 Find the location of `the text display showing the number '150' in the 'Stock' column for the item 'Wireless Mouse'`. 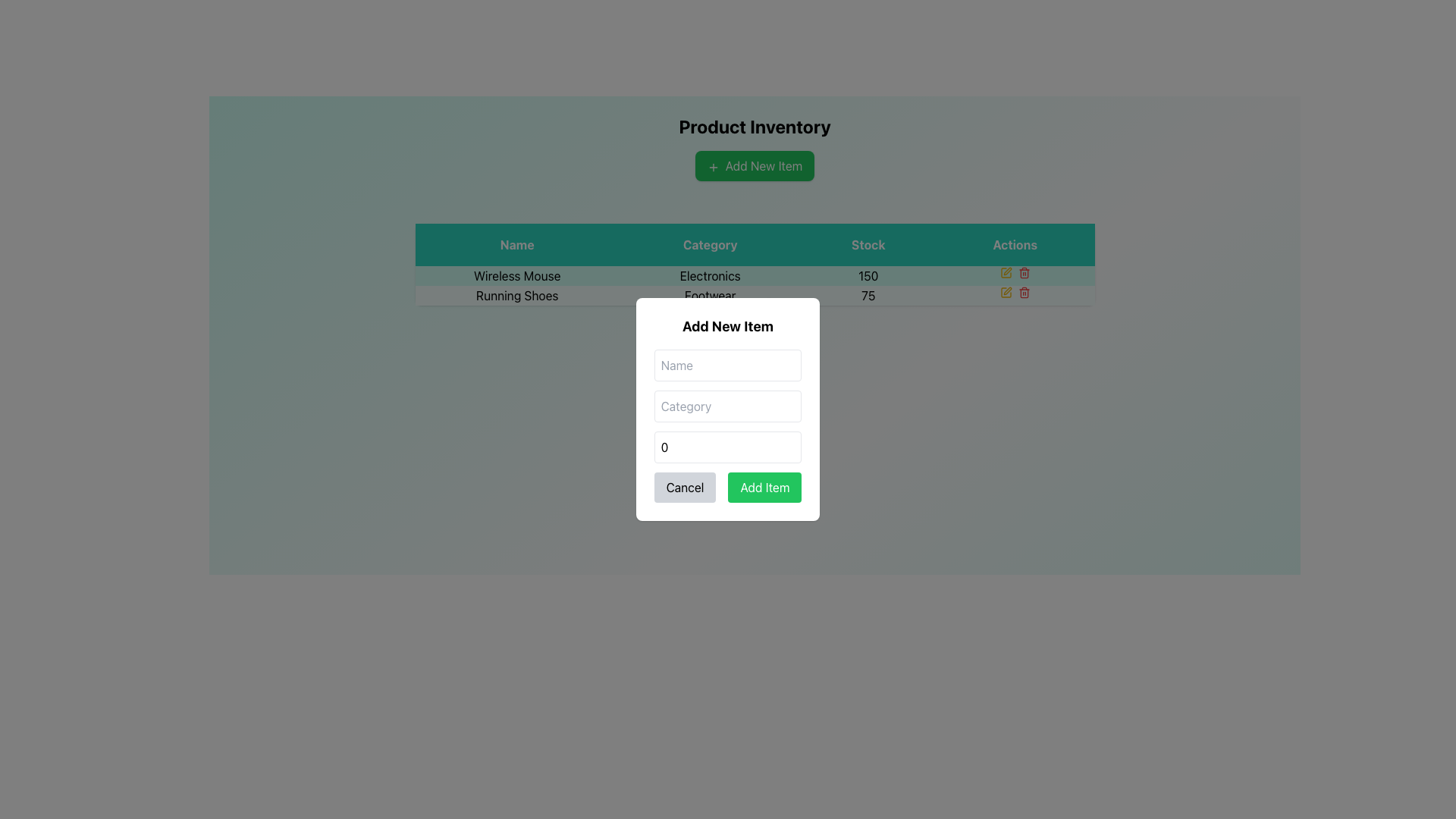

the text display showing the number '150' in the 'Stock' column for the item 'Wireless Mouse' is located at coordinates (868, 275).